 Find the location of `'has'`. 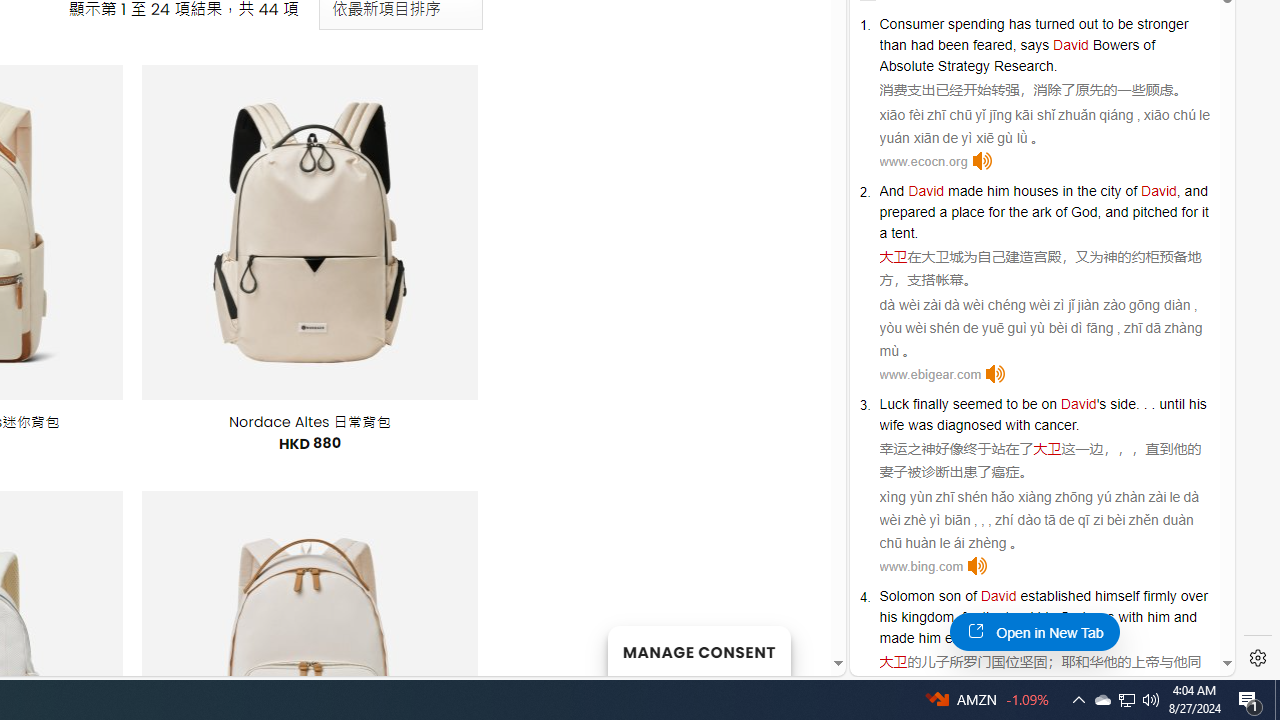

'has' is located at coordinates (1020, 23).